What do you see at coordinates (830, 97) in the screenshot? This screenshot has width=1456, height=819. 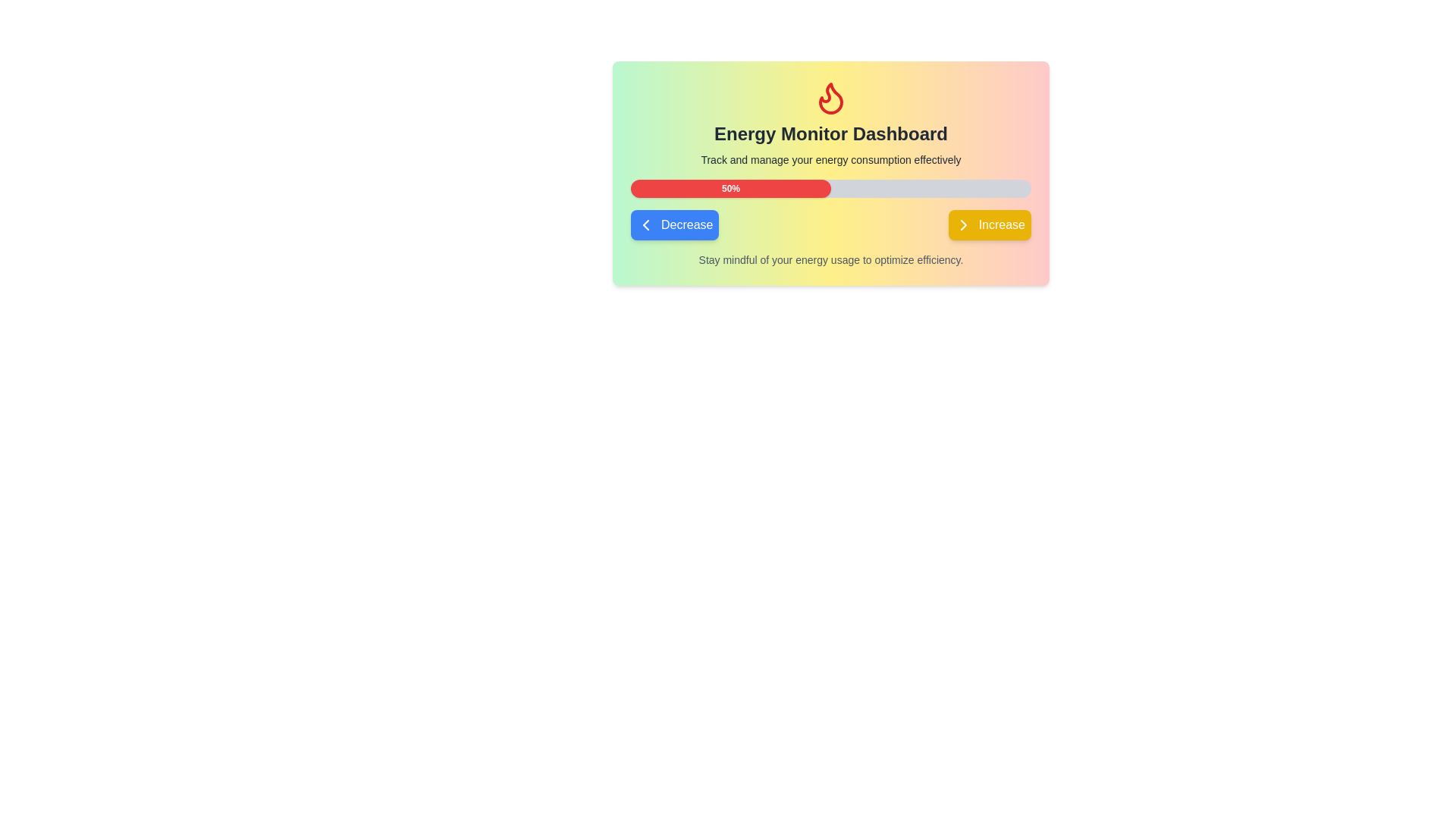 I see `the energy icon located at the top center of the card, directly above the 'Energy Monitor Dashboard' text` at bounding box center [830, 97].